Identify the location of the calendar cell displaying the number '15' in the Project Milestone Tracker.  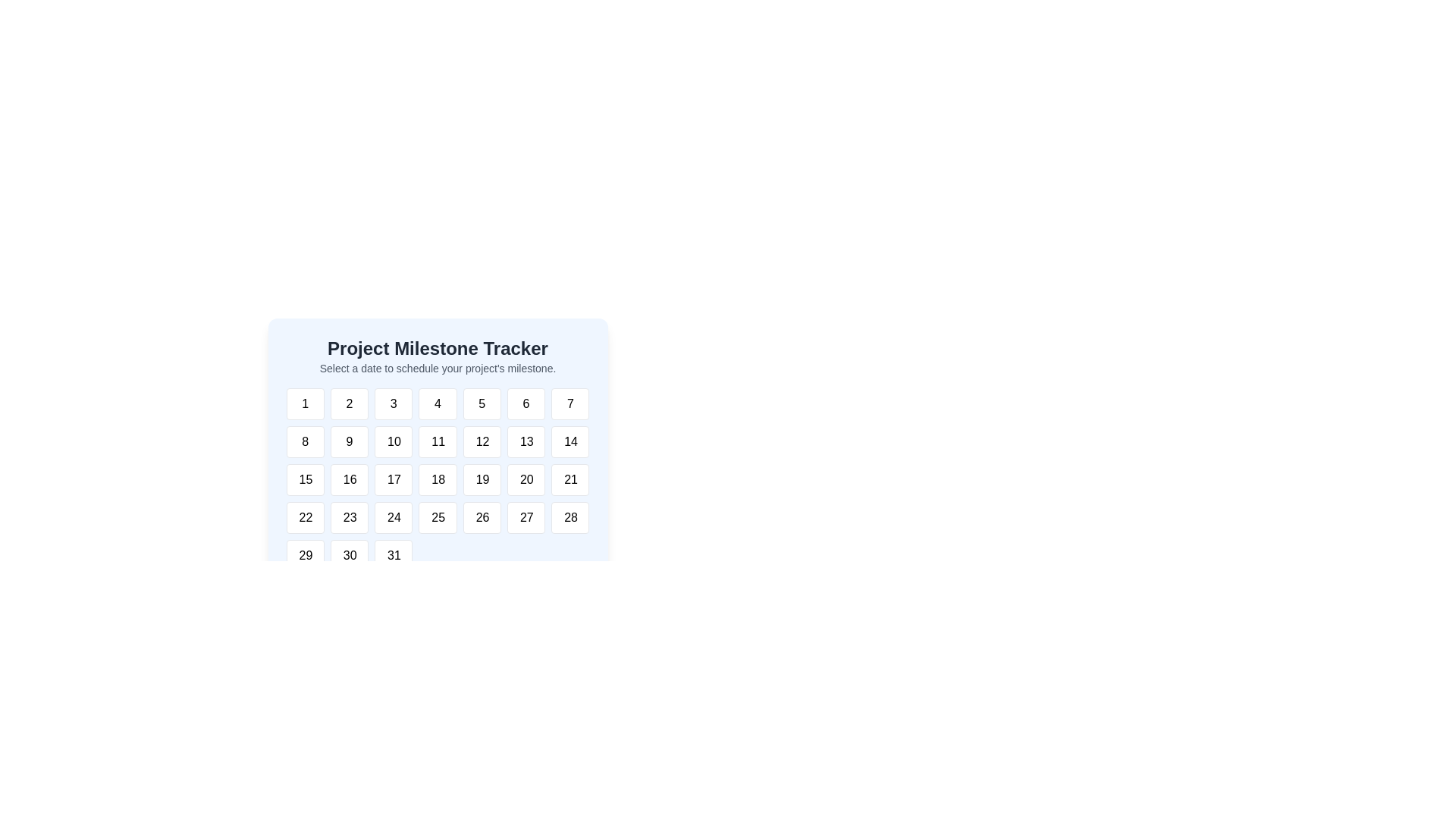
(304, 479).